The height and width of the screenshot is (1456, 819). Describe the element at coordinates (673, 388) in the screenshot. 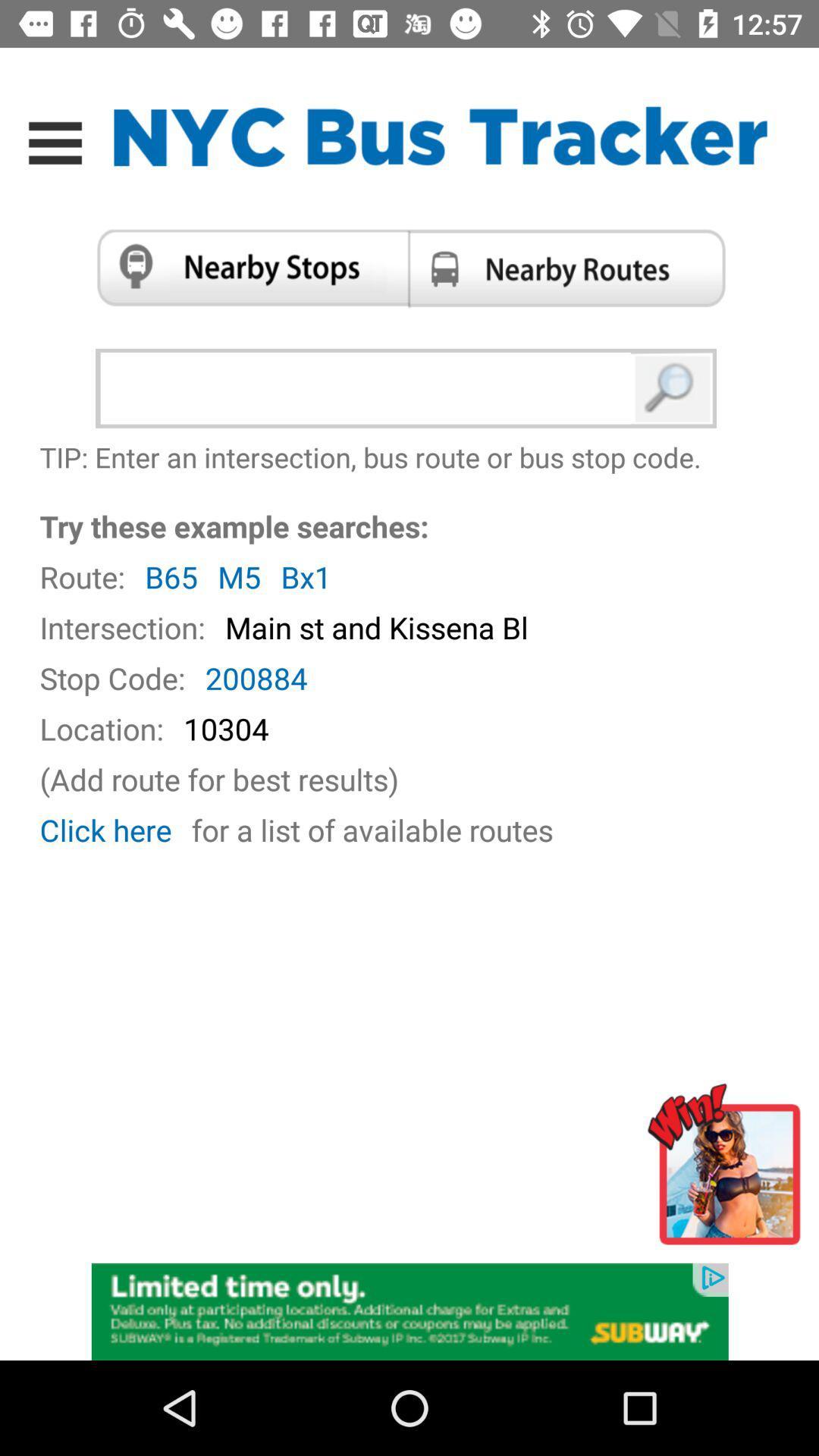

I see `the search icon` at that location.